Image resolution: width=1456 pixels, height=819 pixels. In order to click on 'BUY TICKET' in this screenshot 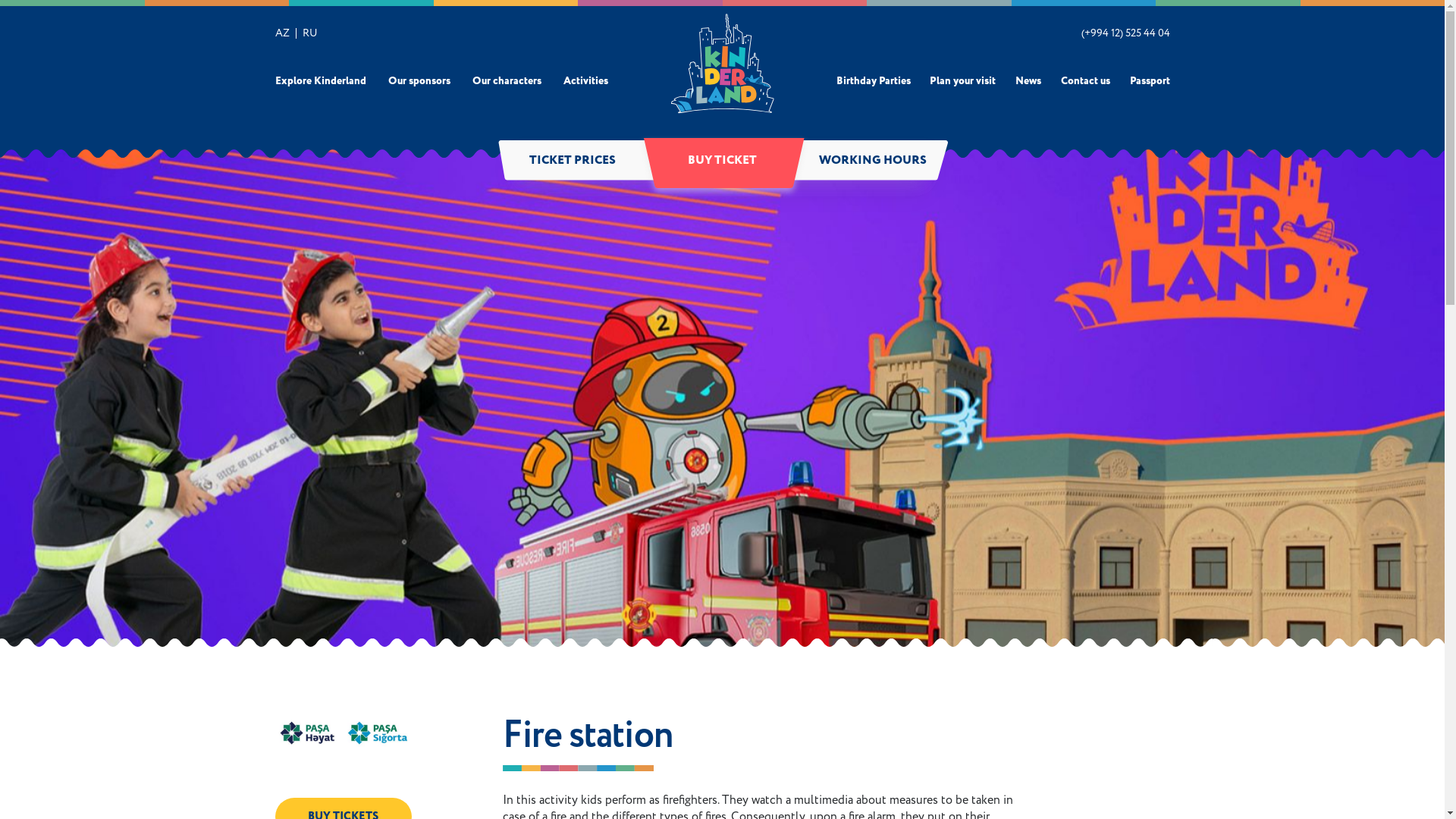, I will do `click(722, 161)`.